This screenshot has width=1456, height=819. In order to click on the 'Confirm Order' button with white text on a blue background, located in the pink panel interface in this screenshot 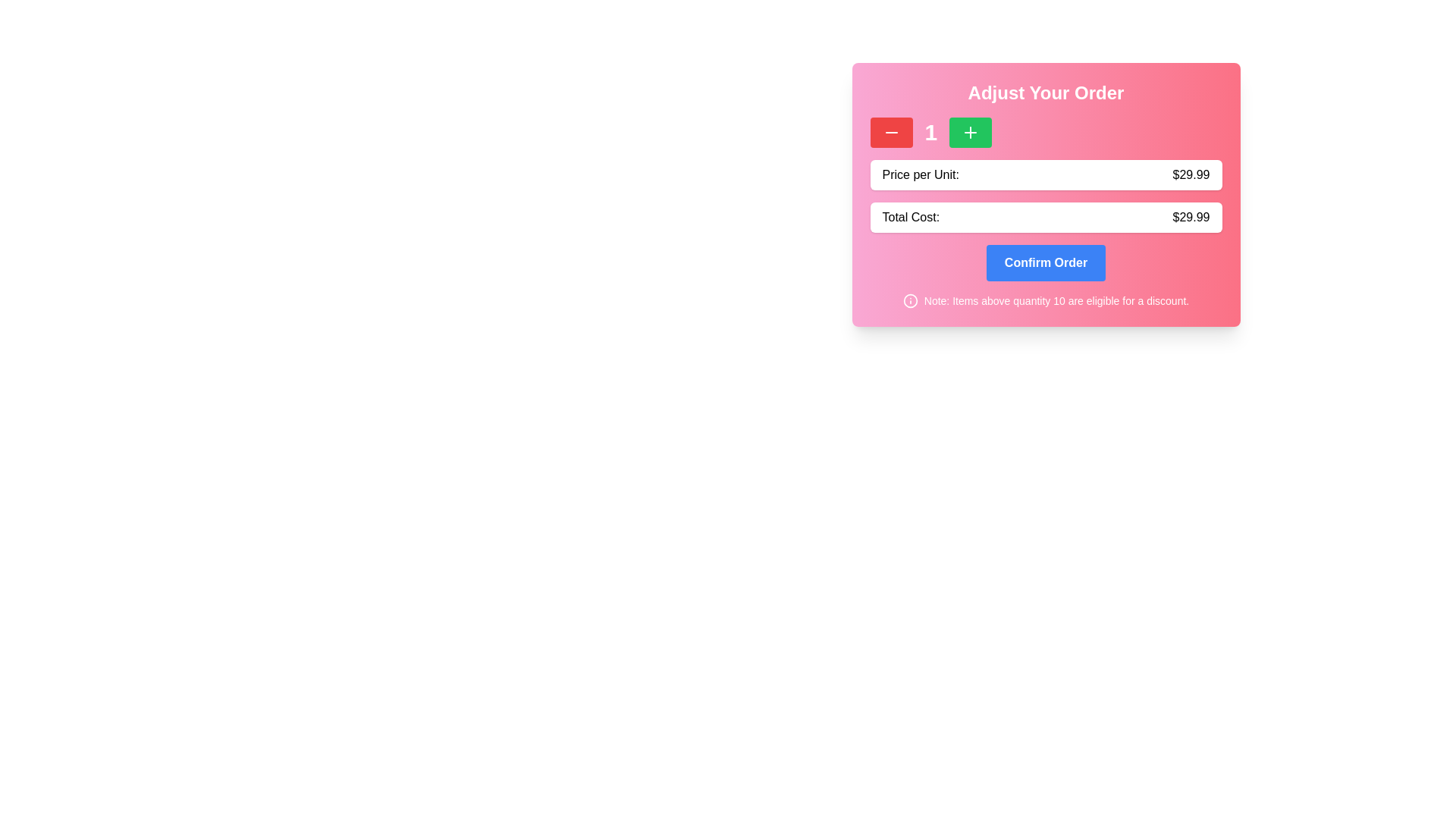, I will do `click(1045, 262)`.